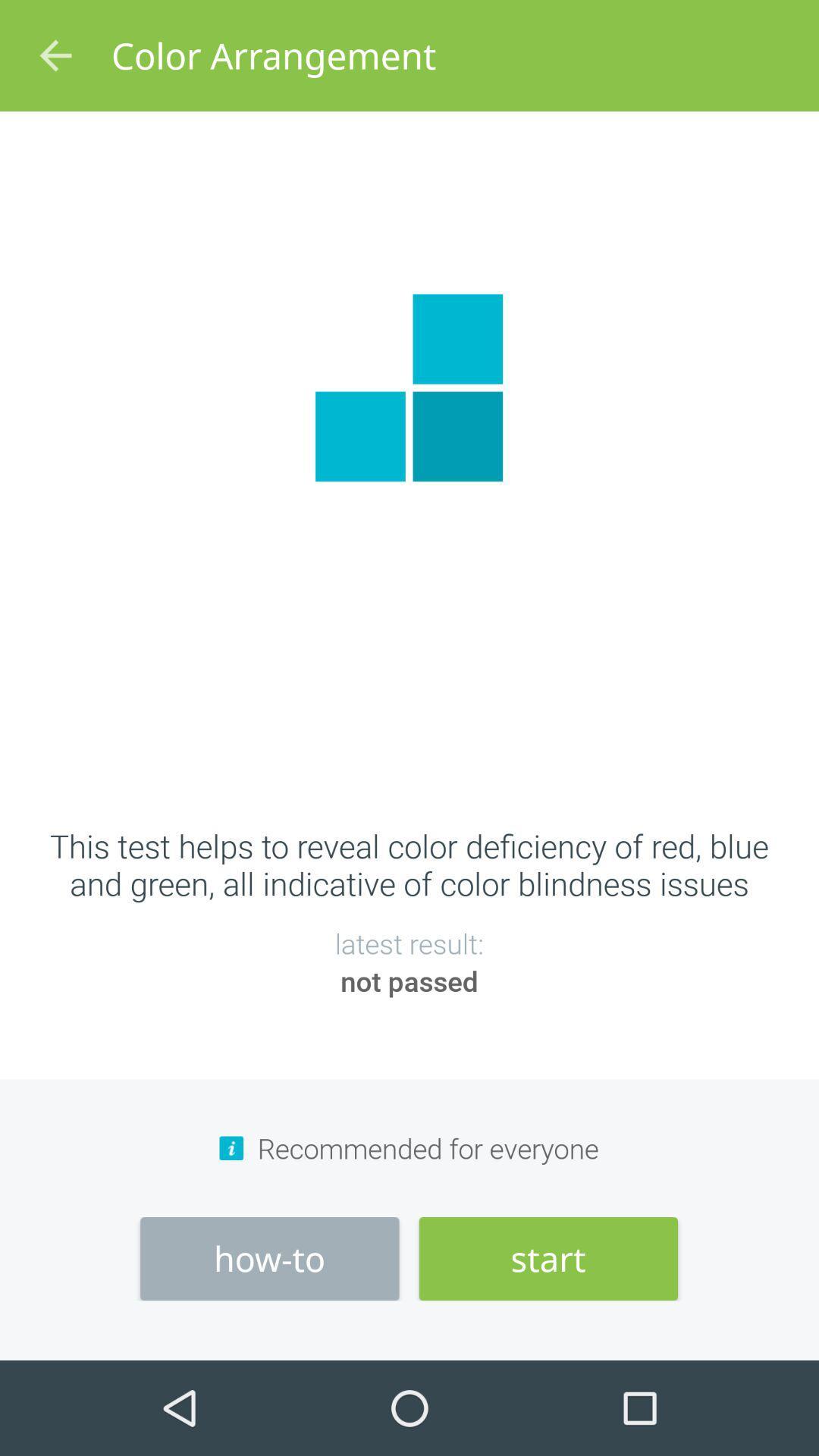  I want to click on the item next to the start icon, so click(268, 1259).